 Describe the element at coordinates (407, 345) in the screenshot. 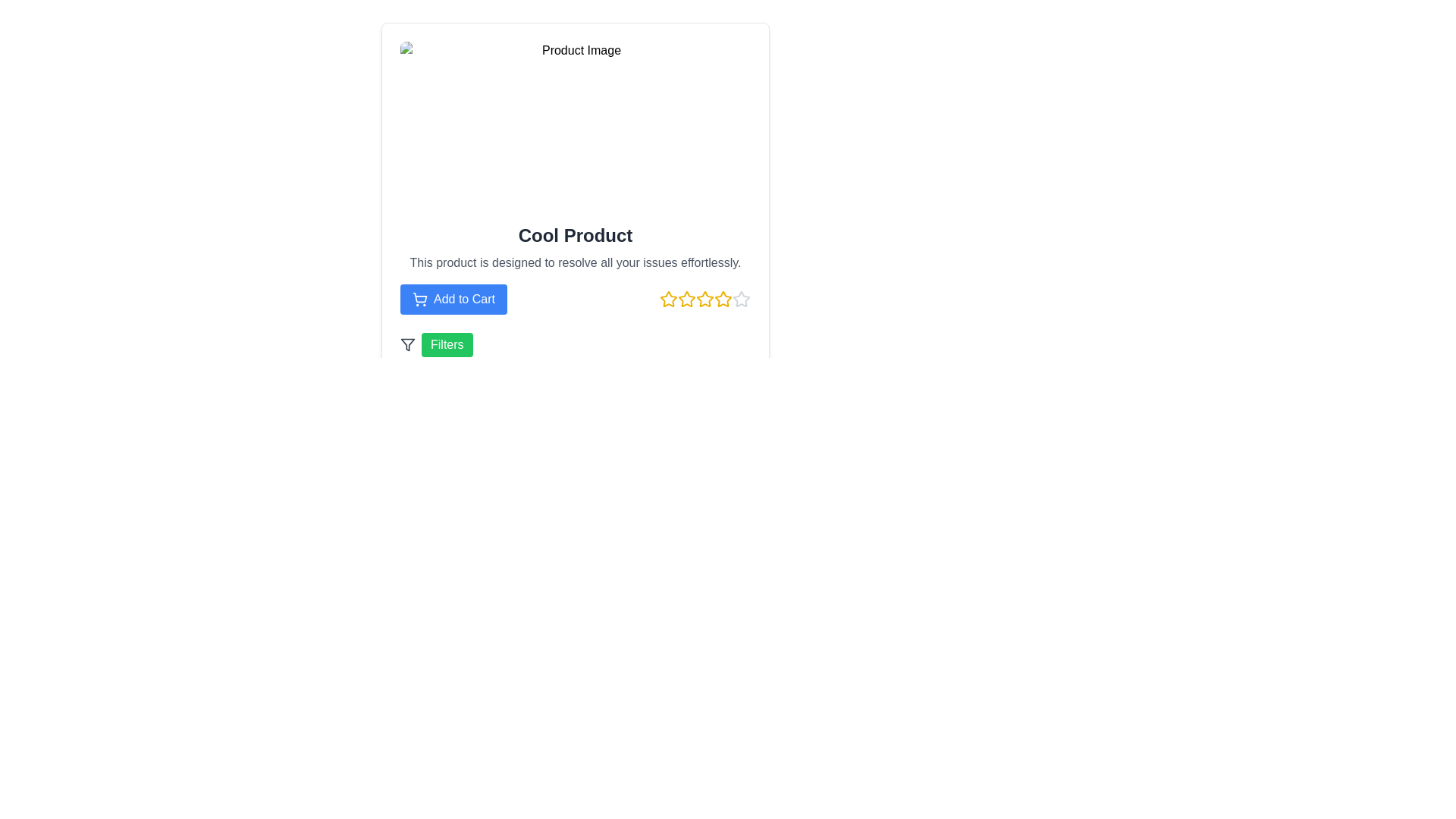

I see `the filter icon located in the bottom-left region of the interface, adjacent to the 'Filters' button, to indicate filtering options` at that location.